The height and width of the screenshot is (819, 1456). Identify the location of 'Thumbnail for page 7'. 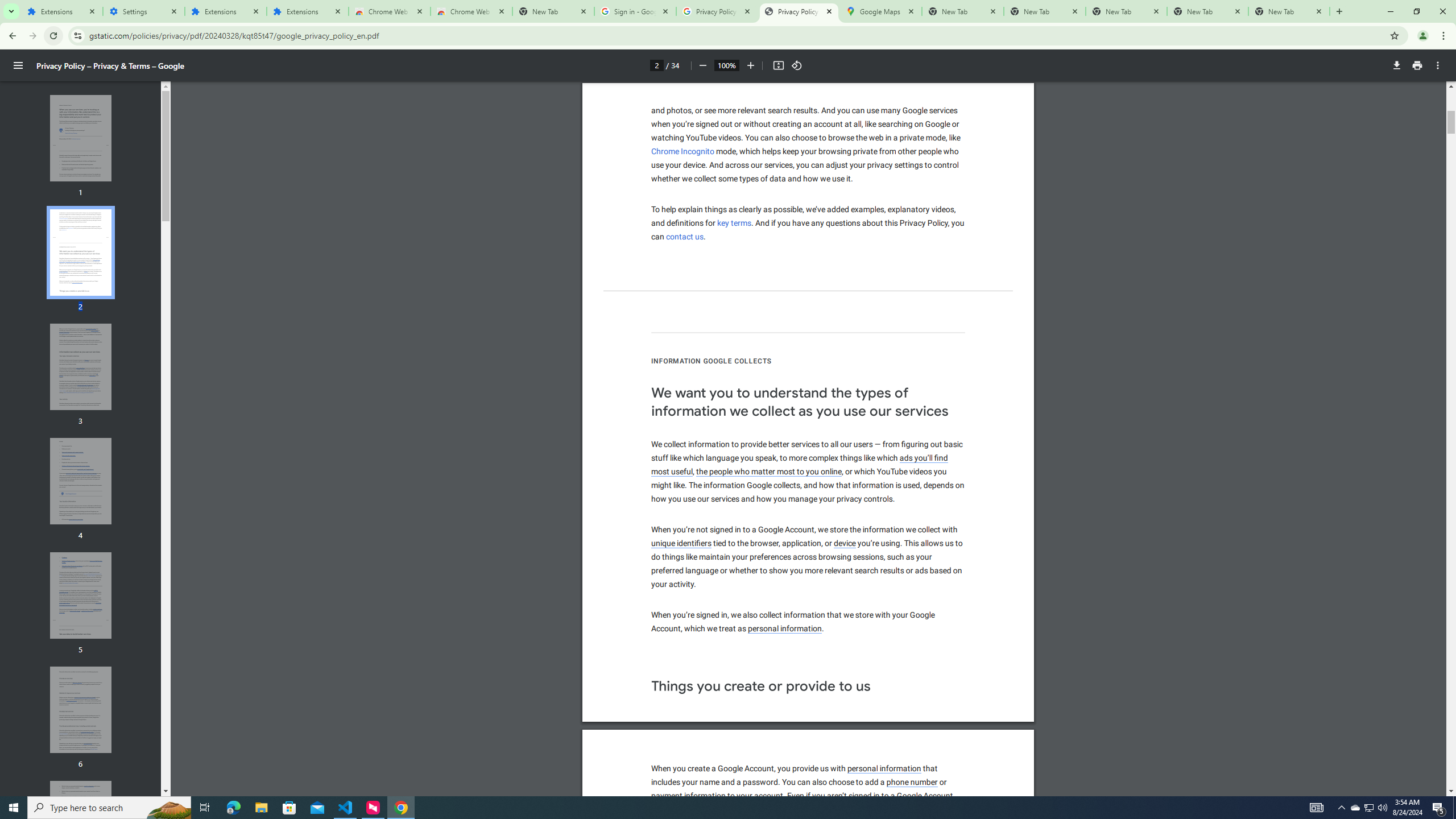
(81, 819).